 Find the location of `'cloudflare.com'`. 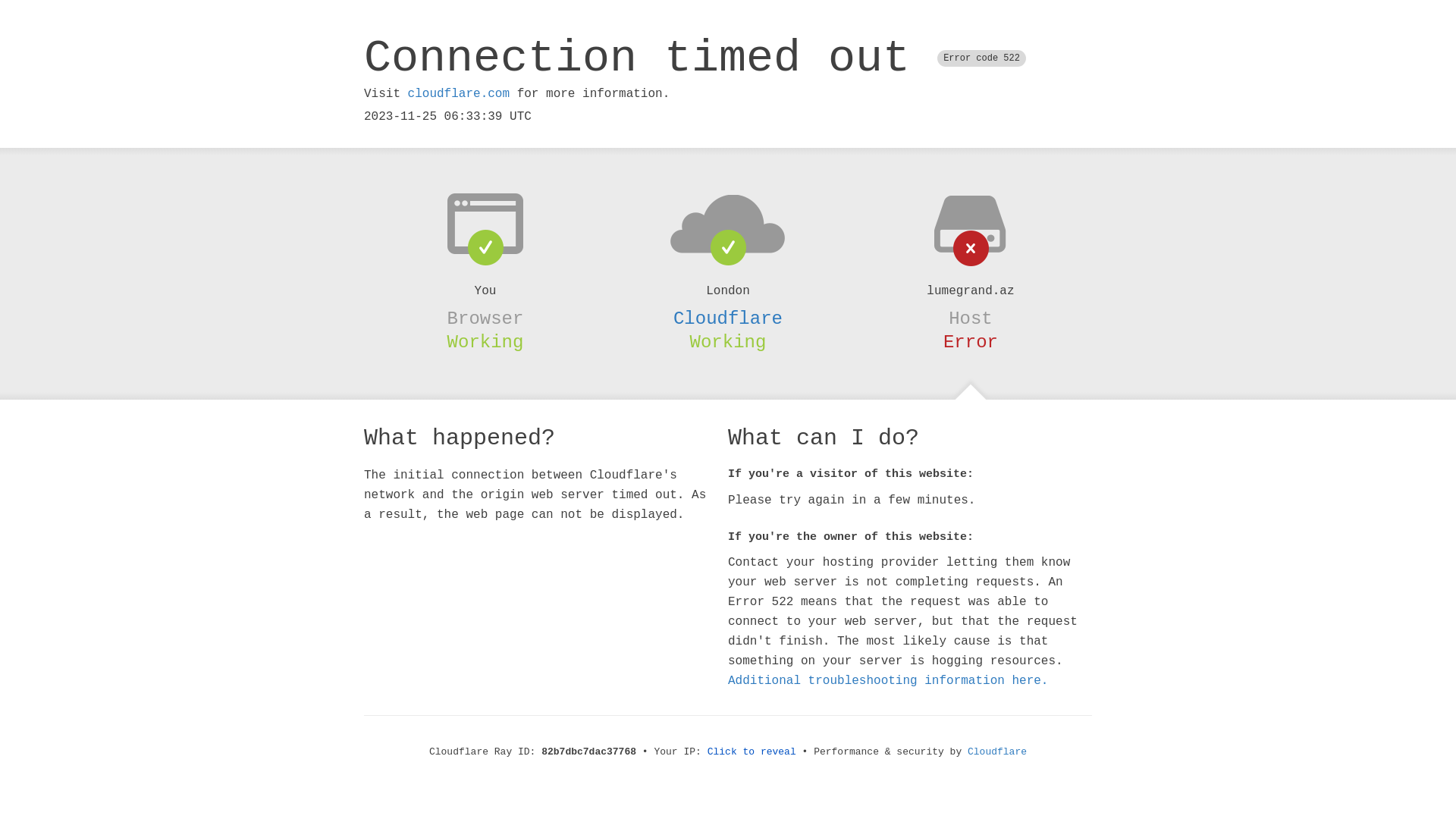

'cloudflare.com' is located at coordinates (407, 93).